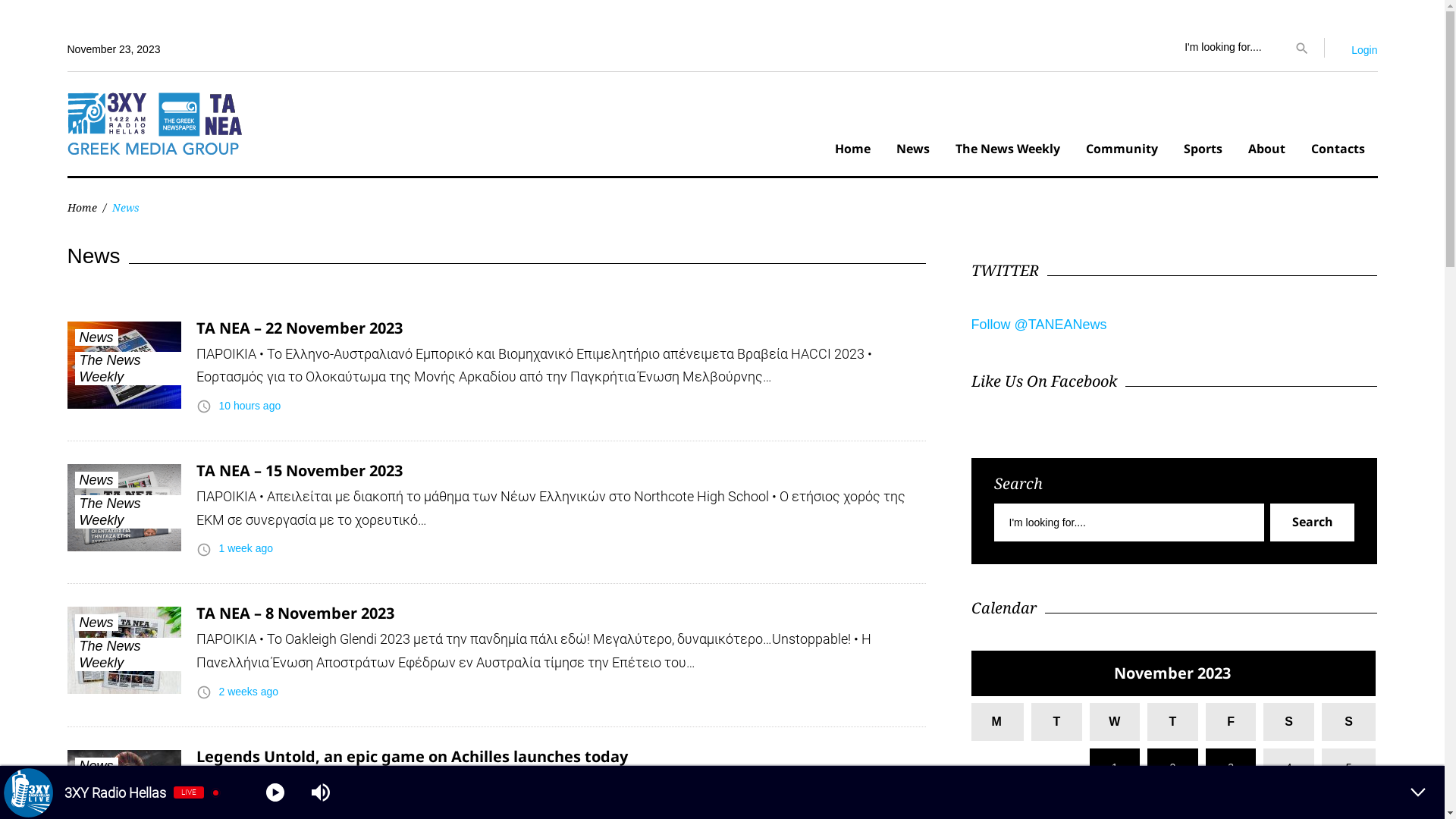  Describe the element at coordinates (1301, 45) in the screenshot. I see `'search'` at that location.